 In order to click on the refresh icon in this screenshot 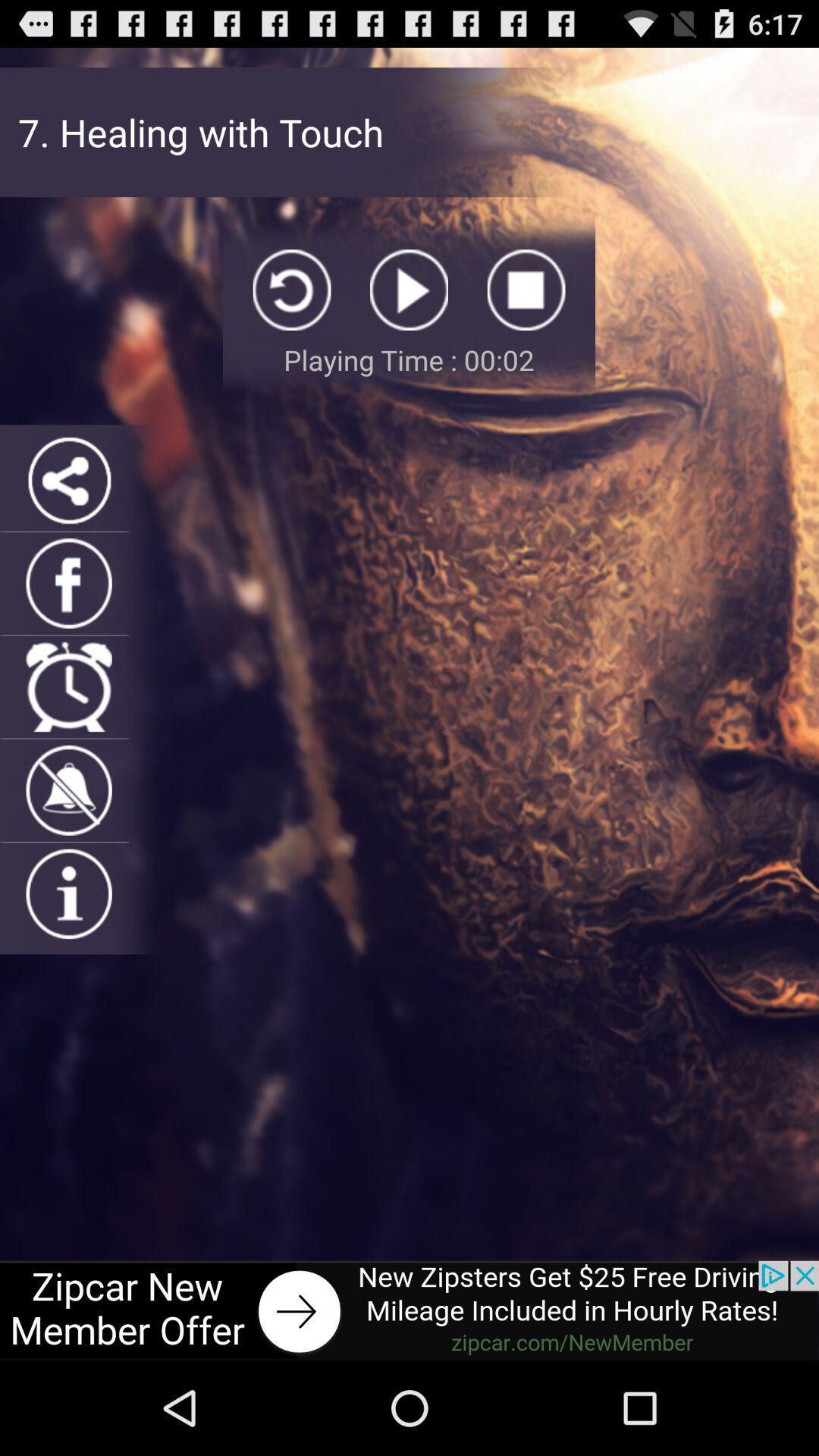, I will do `click(292, 309)`.